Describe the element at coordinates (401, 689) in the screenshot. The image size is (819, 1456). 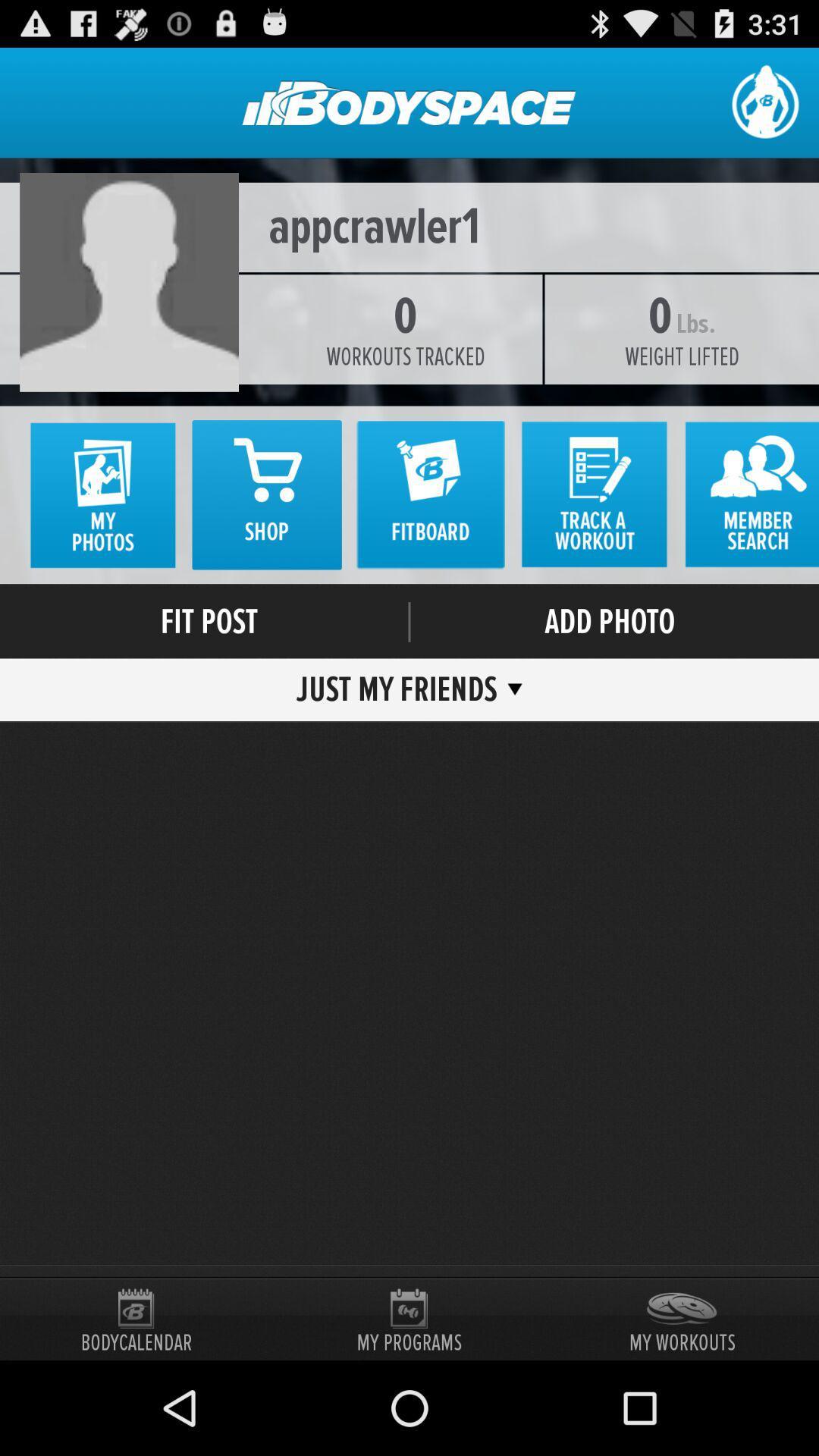
I see `item below the fit post item` at that location.